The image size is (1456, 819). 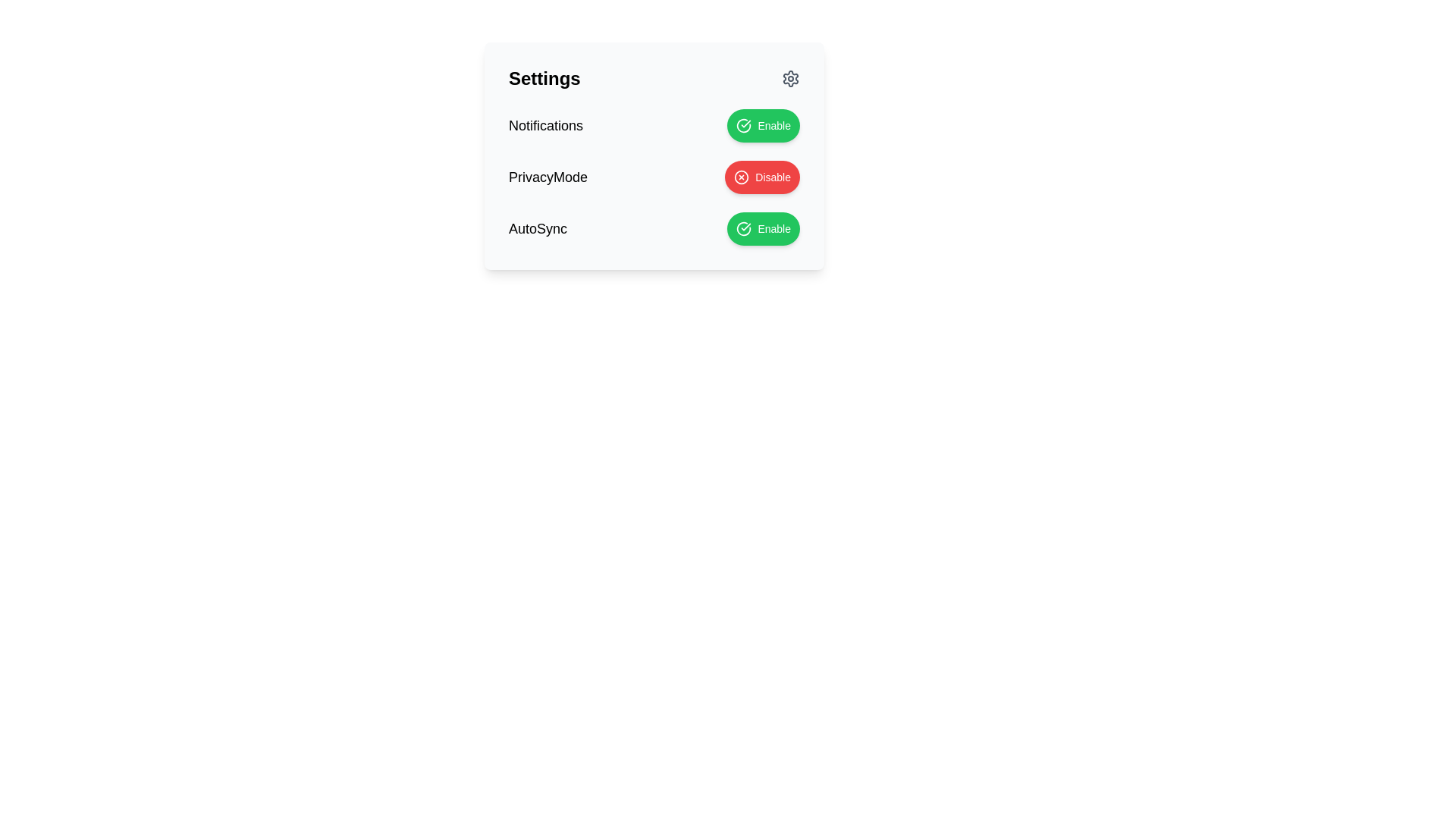 What do you see at coordinates (546, 124) in the screenshot?
I see `the 'Notifications' text label, which is prominently displayed at the top-left of the settings options, positioned before the green 'Enable' button` at bounding box center [546, 124].